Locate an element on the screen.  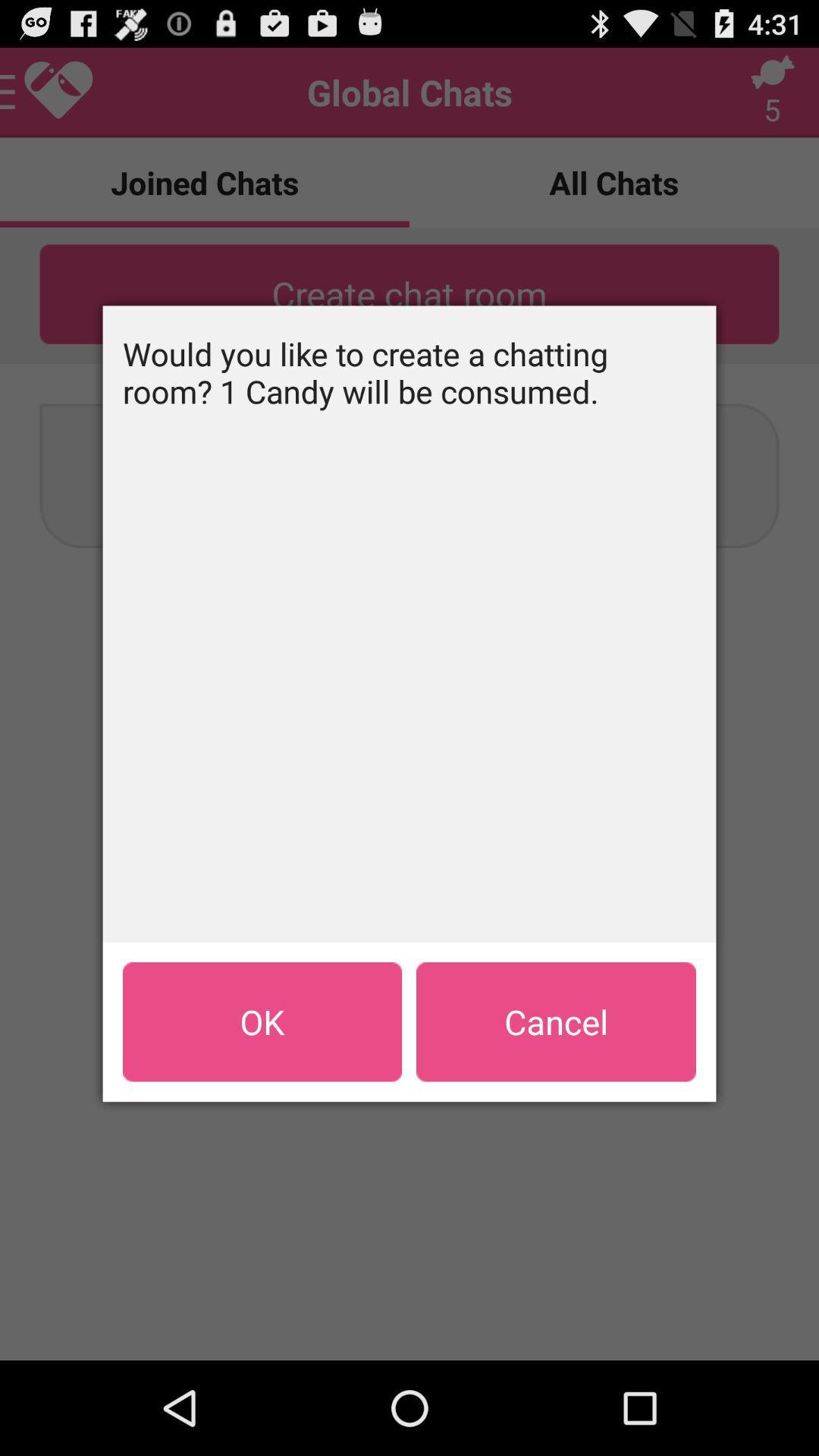
app next to cancel icon is located at coordinates (262, 1021).